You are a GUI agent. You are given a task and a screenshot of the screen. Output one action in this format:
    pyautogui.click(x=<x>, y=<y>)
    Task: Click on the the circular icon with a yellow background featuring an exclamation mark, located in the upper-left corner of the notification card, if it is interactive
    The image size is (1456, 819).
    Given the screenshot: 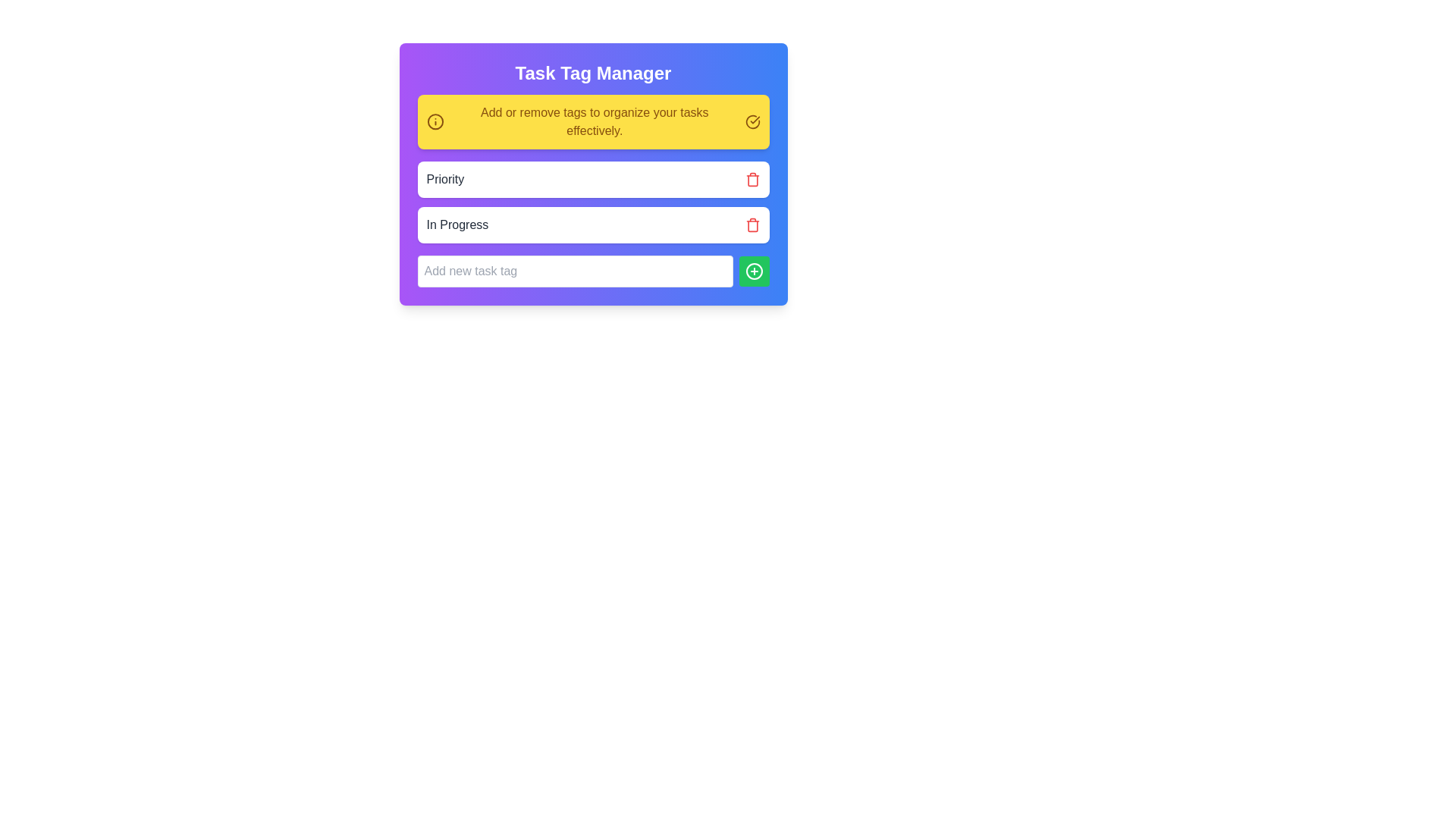 What is the action you would take?
    pyautogui.click(x=435, y=121)
    